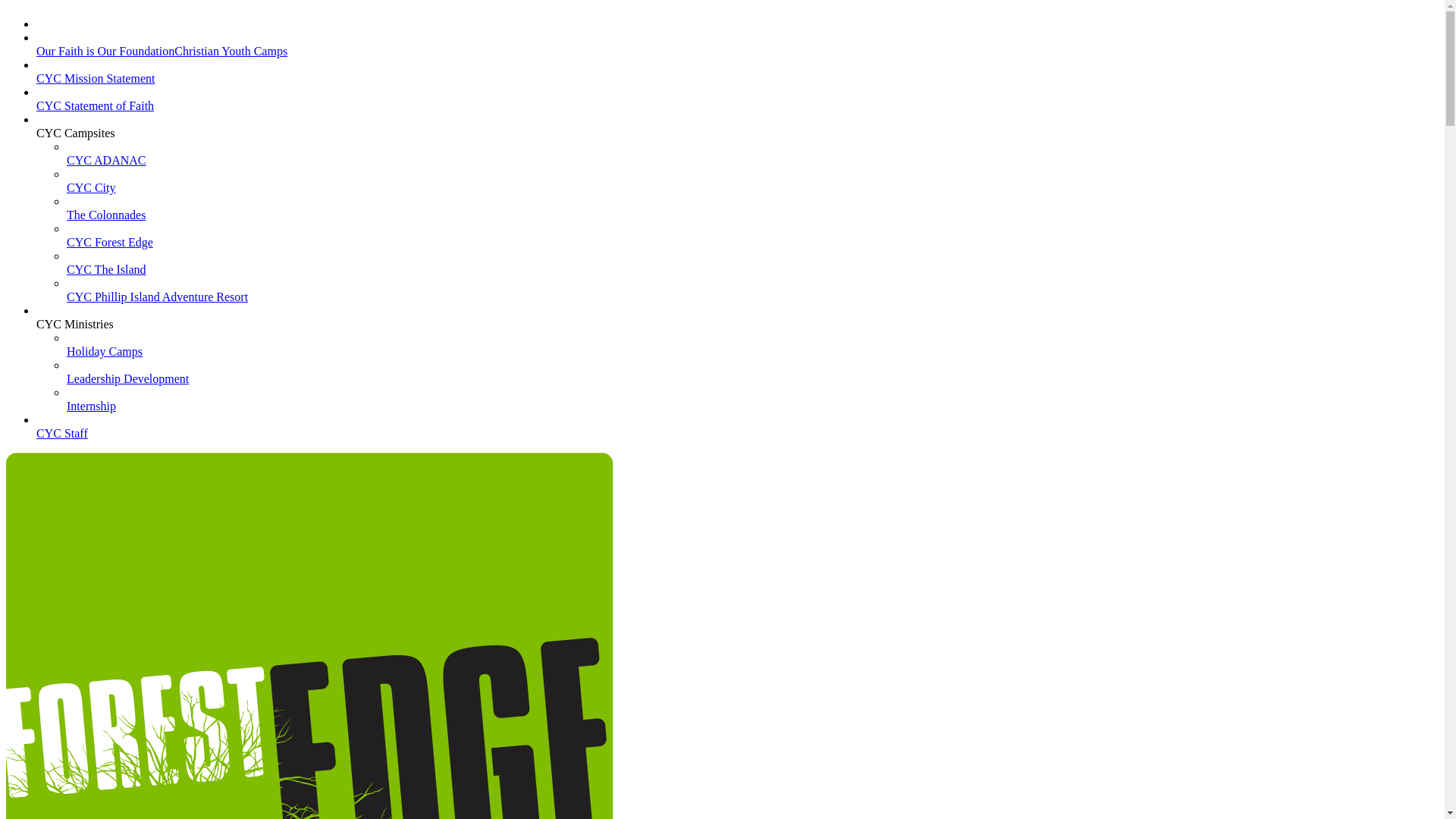  Describe the element at coordinates (90, 193) in the screenshot. I see `'CYC City'` at that location.